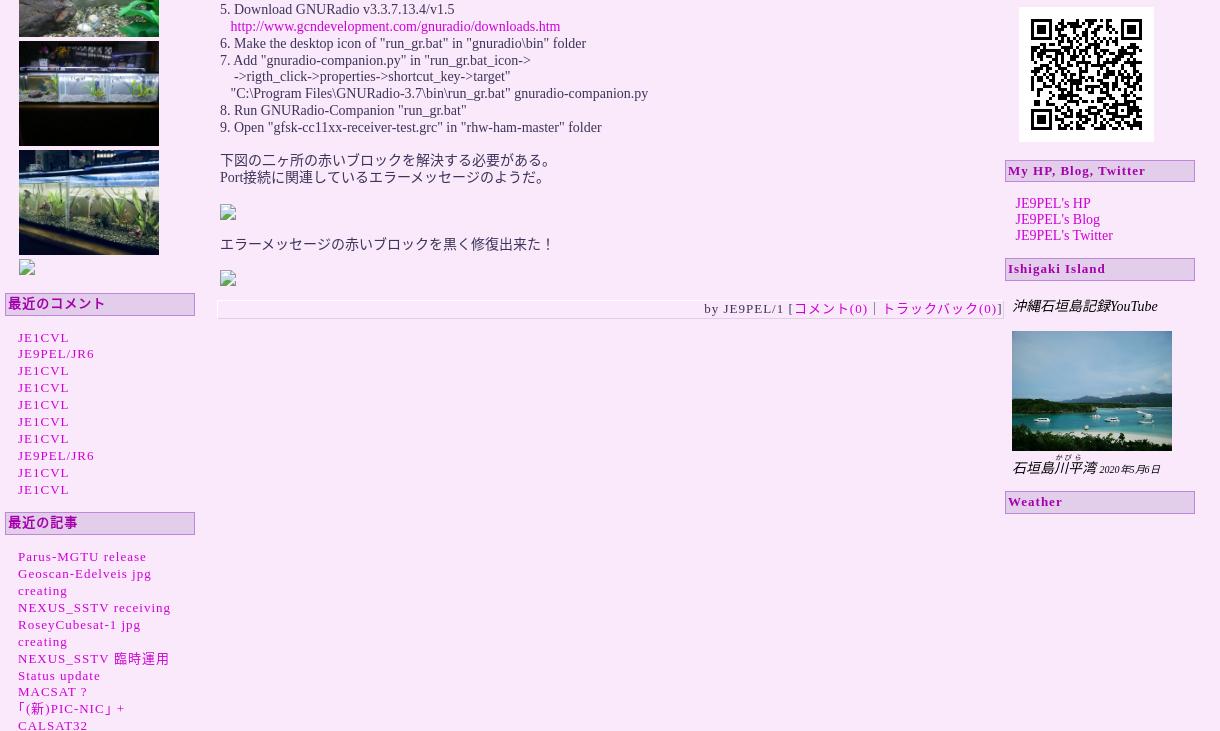  I want to click on 'RoseyCubesat-1 jpg creating', so click(78, 632).